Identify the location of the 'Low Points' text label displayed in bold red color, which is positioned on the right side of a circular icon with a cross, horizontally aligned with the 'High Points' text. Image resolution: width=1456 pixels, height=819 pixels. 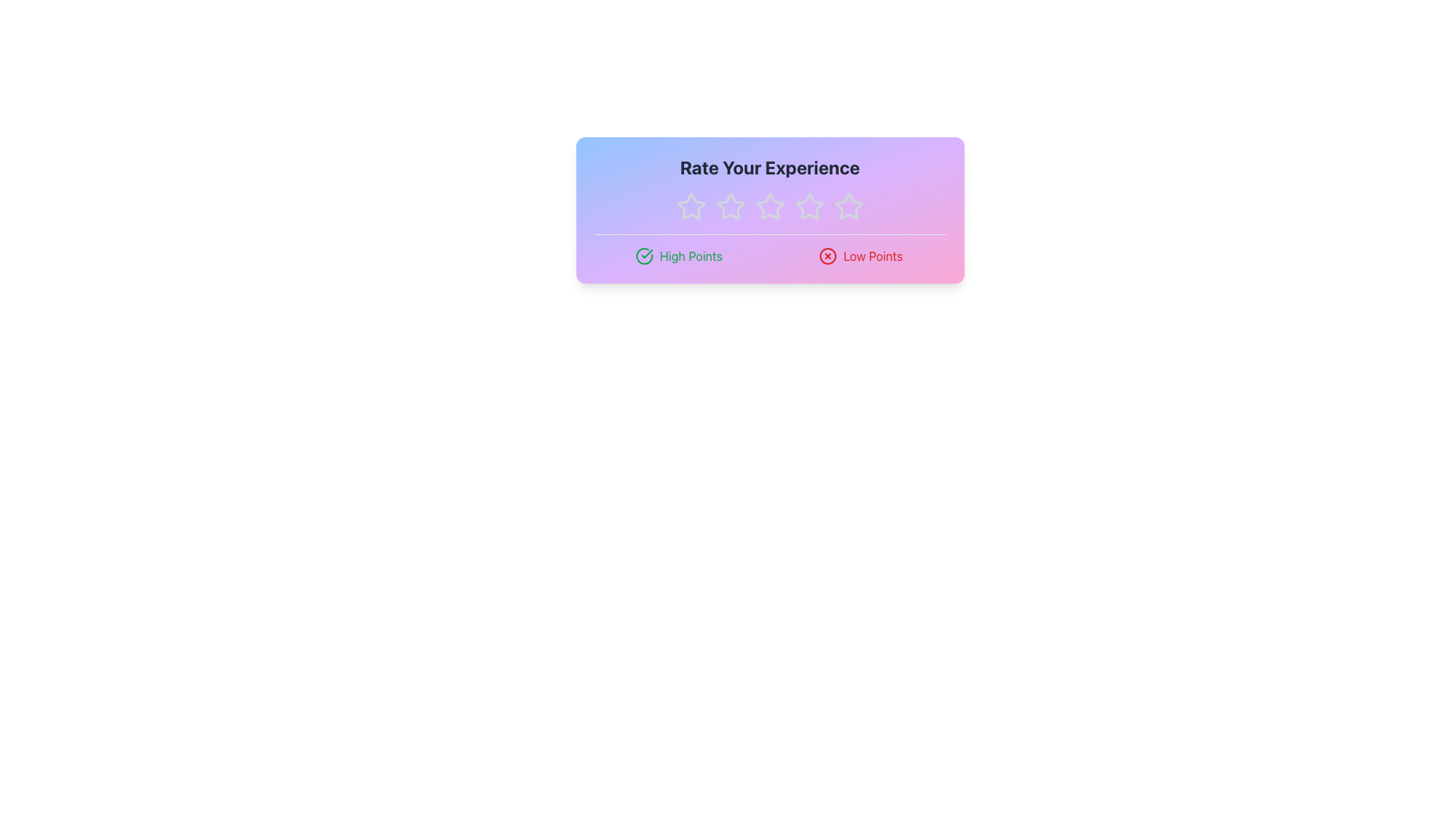
(873, 256).